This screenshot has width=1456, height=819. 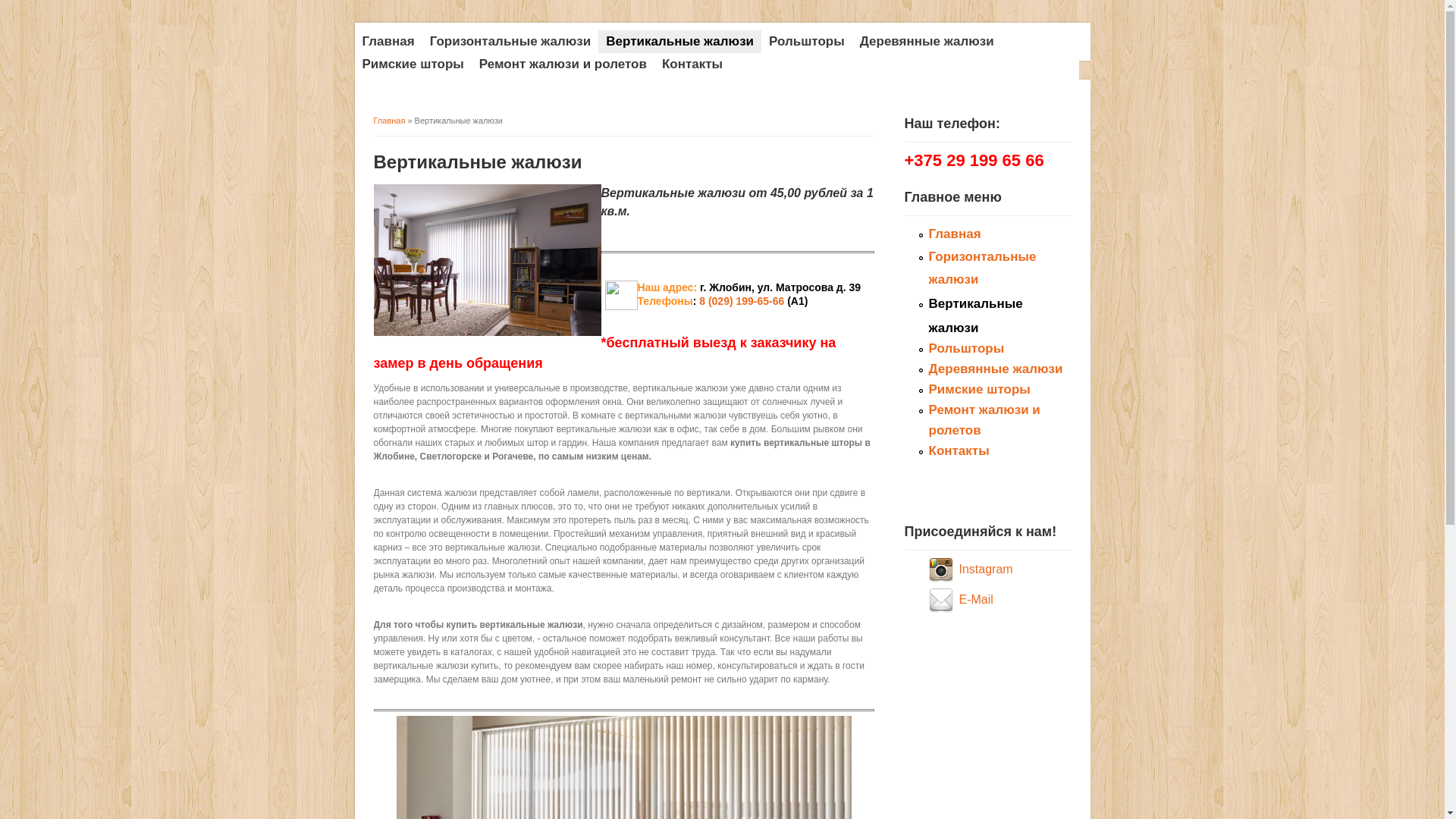 I want to click on 'Instagram', so click(x=942, y=569).